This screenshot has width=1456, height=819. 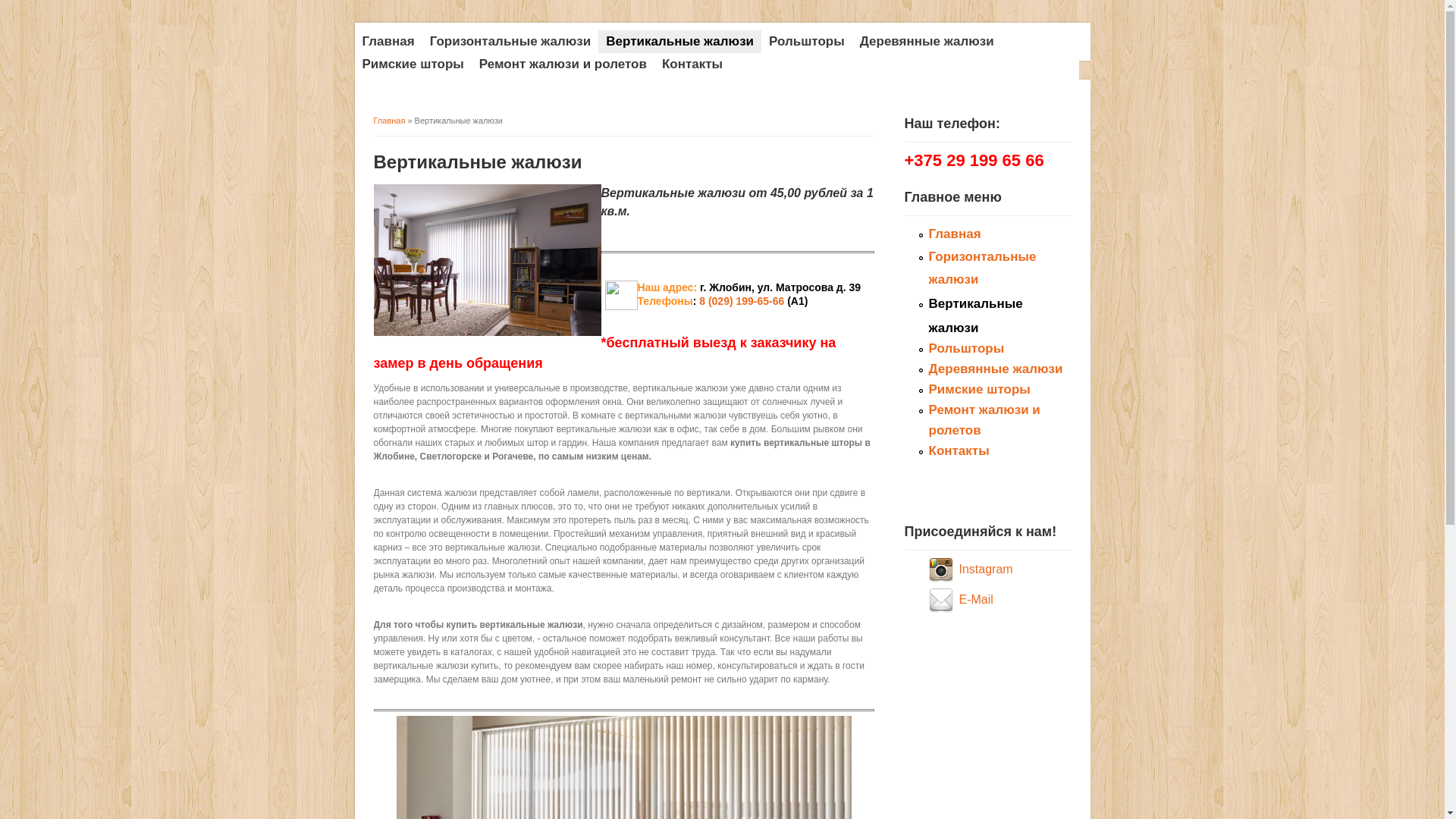 I want to click on 'Instagram', so click(x=942, y=569).